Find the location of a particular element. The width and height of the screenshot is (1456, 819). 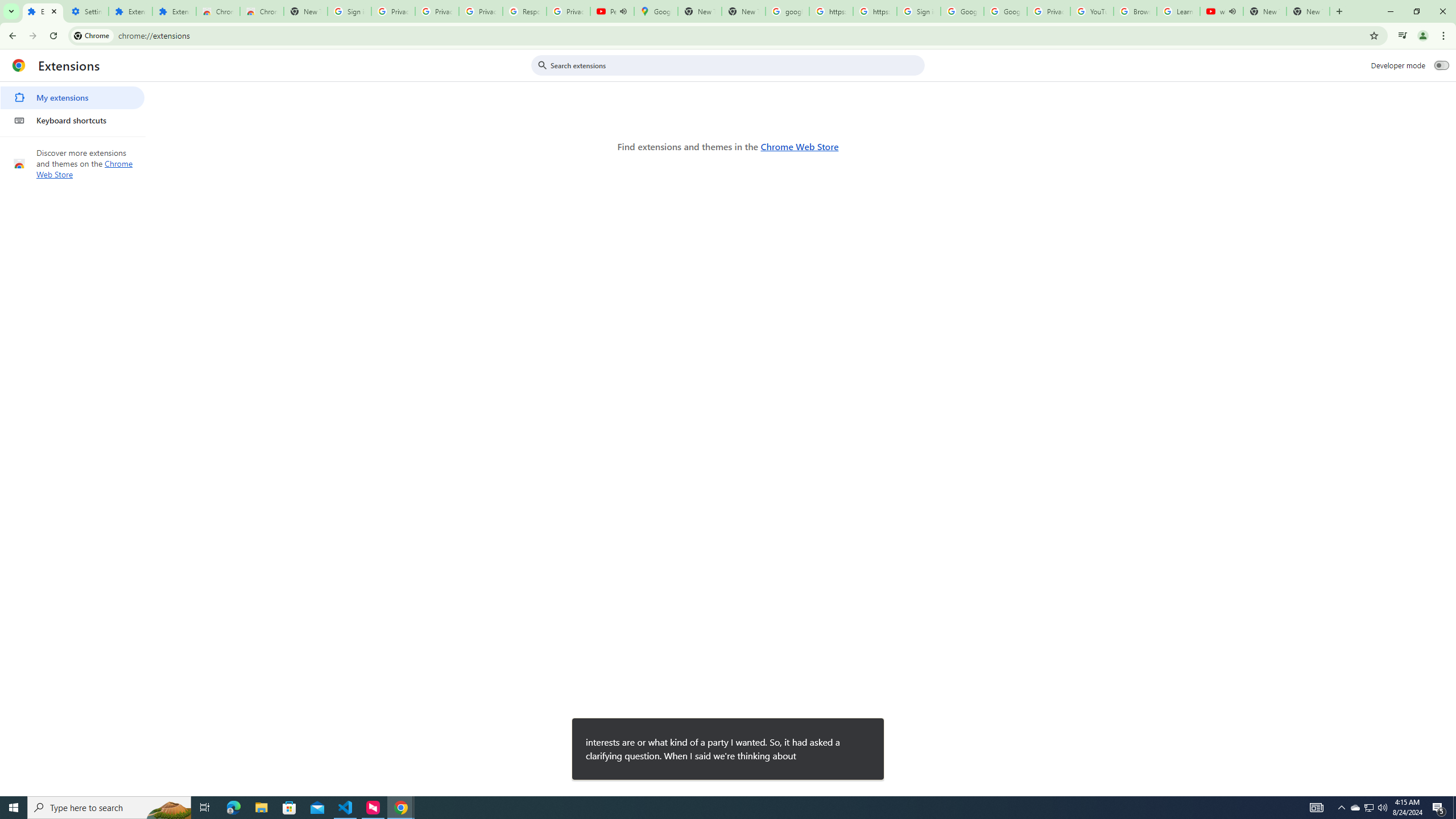

'Settings' is located at coordinates (86, 11).